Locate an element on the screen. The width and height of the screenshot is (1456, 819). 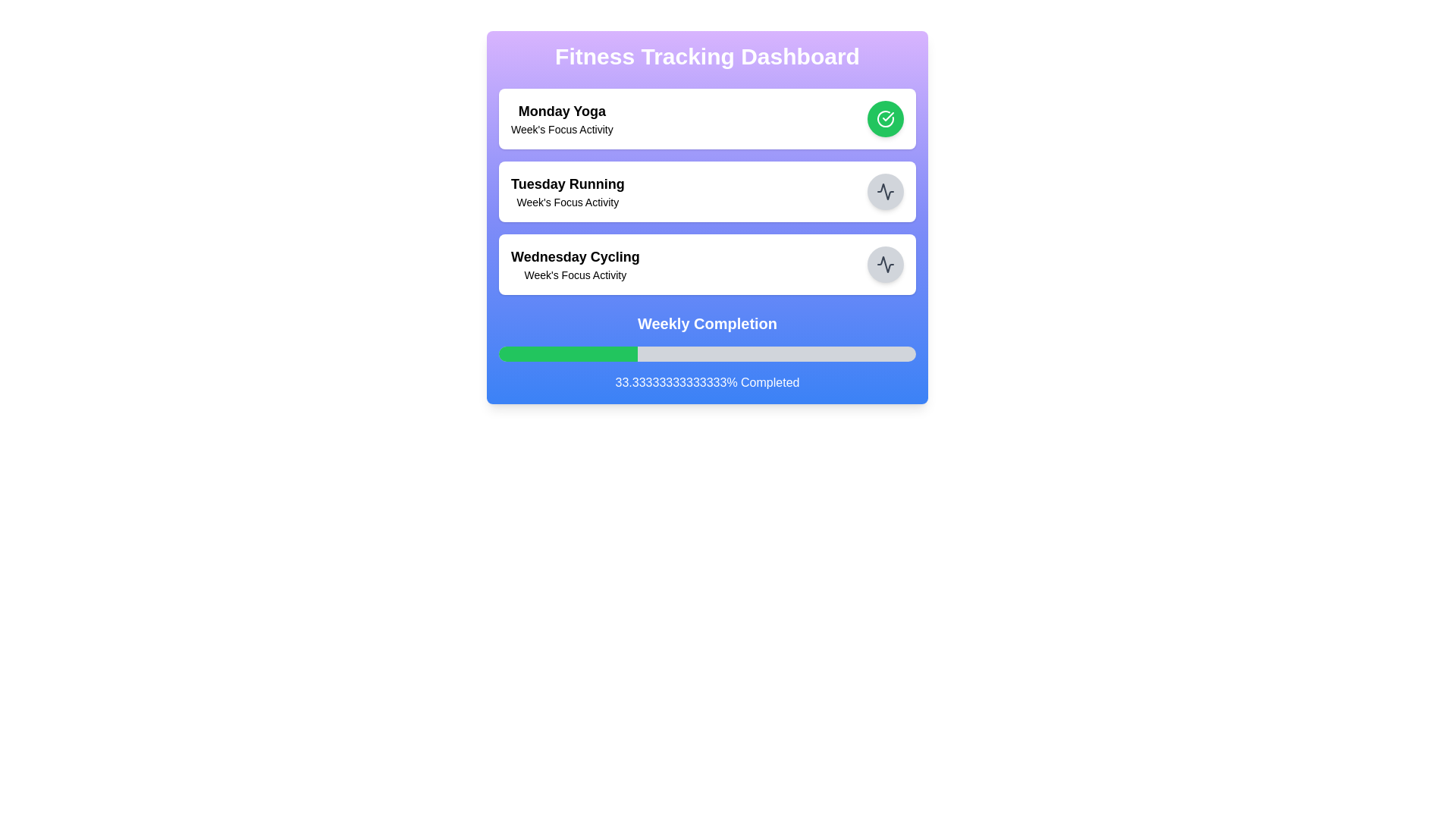
the circular button with a light gray background and a pulse line icon, located next to the 'Tuesday Running' text within its card component is located at coordinates (885, 191).